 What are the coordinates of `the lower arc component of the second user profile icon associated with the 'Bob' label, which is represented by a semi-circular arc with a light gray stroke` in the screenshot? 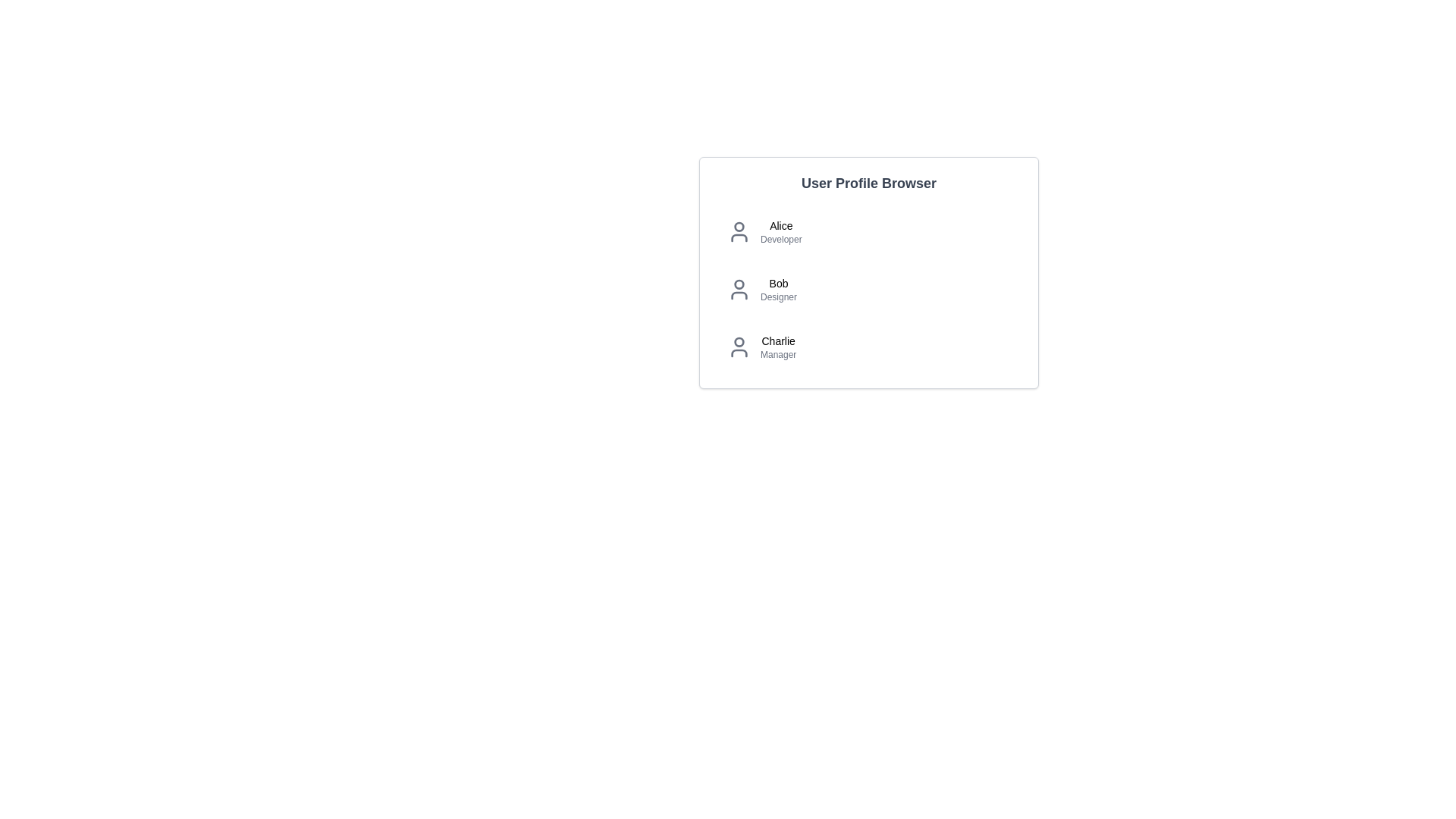 It's located at (739, 295).